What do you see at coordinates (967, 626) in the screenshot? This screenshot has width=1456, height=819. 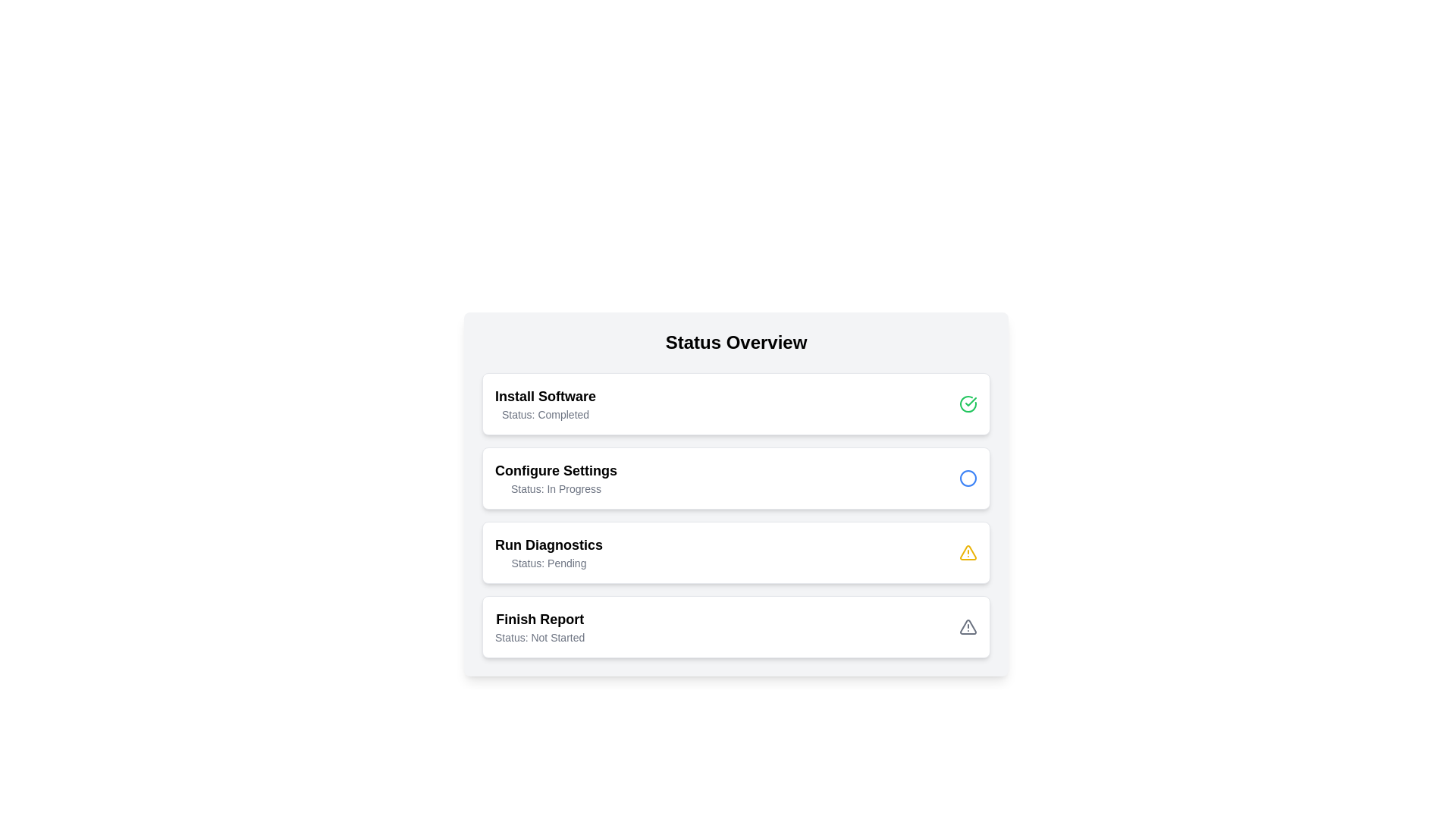 I see `the triangular warning icon with a red border and white background, located to the right of 'Status: Not Started' in the 'Finish Report' item` at bounding box center [967, 626].